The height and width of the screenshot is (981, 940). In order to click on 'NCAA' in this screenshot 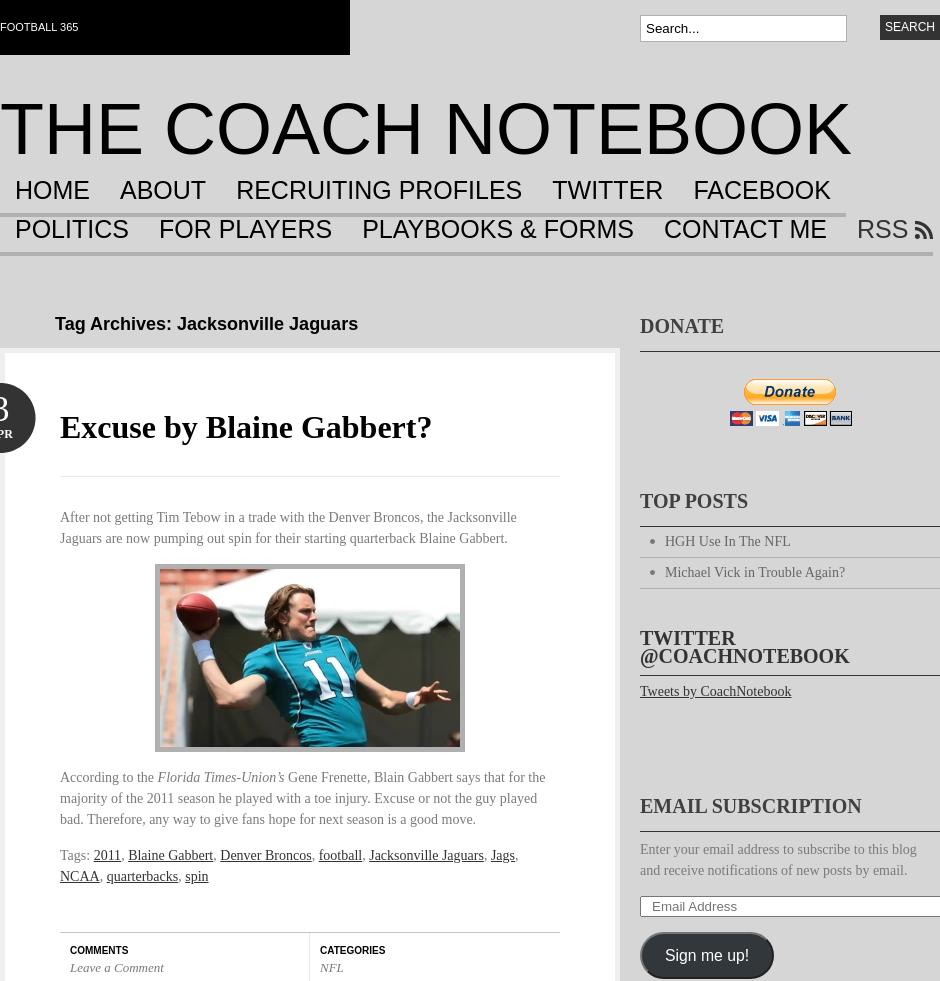, I will do `click(79, 876)`.